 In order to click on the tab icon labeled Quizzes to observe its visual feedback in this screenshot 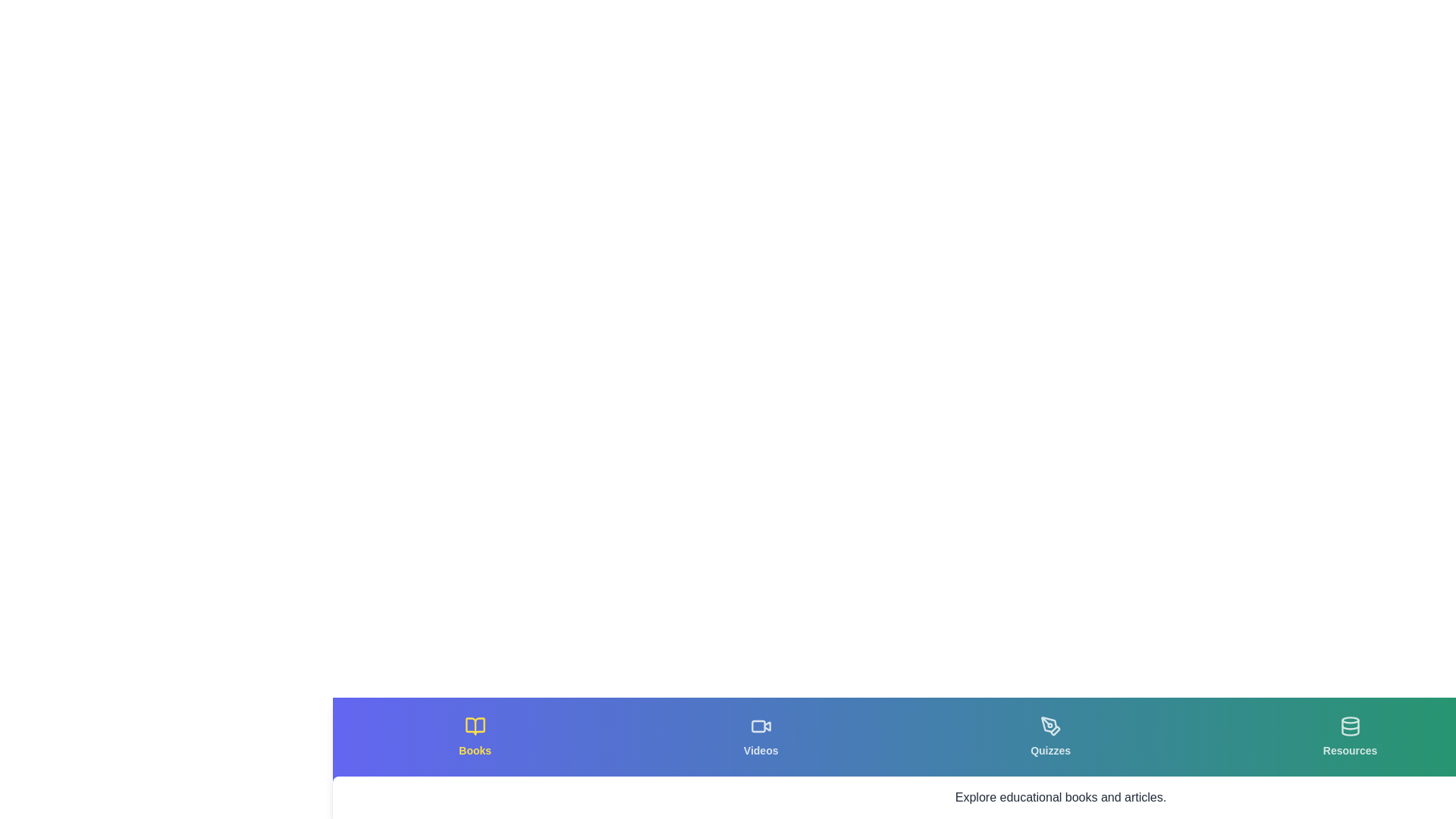, I will do `click(1050, 736)`.